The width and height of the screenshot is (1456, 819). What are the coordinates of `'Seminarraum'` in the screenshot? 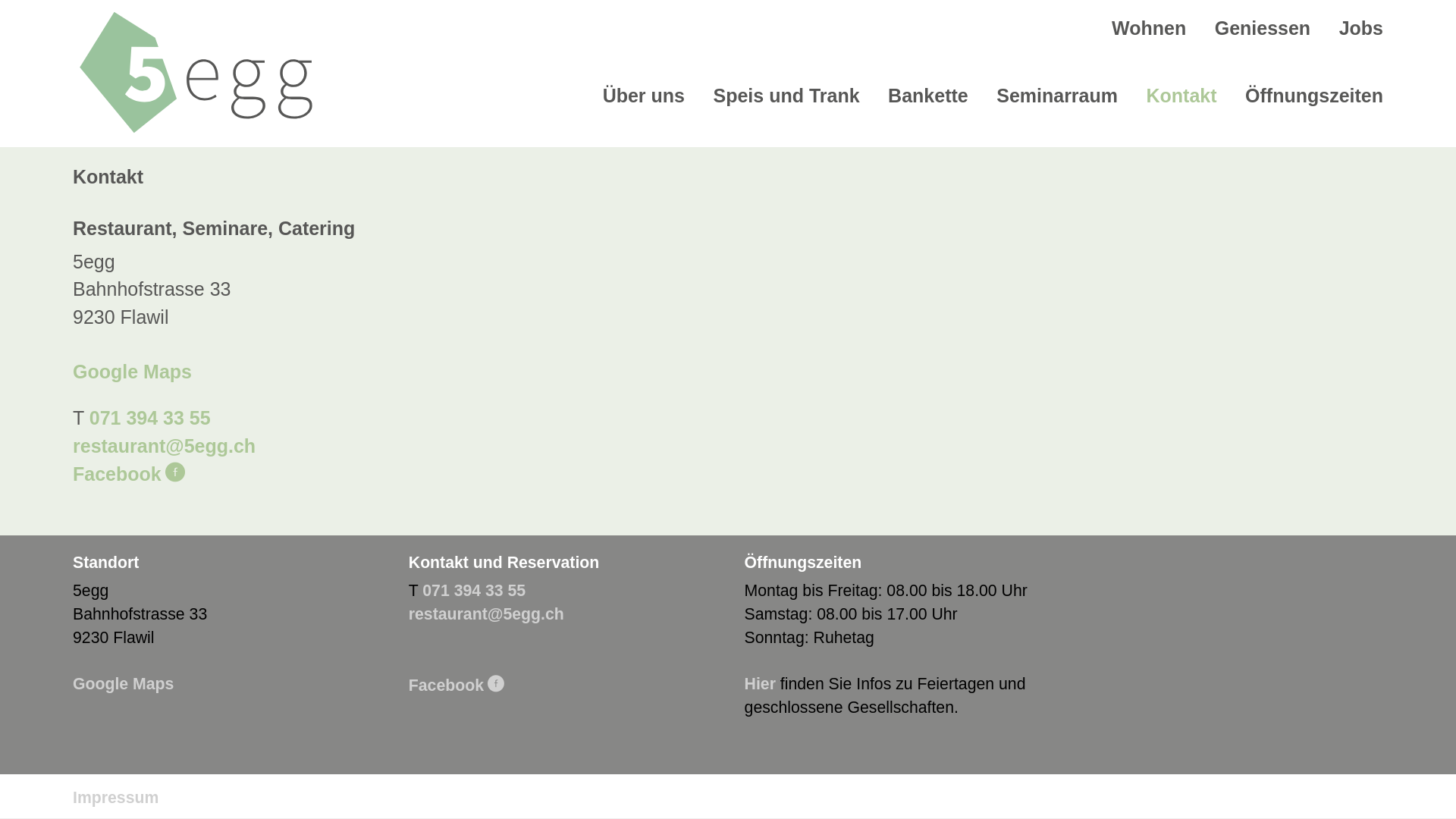 It's located at (1056, 96).